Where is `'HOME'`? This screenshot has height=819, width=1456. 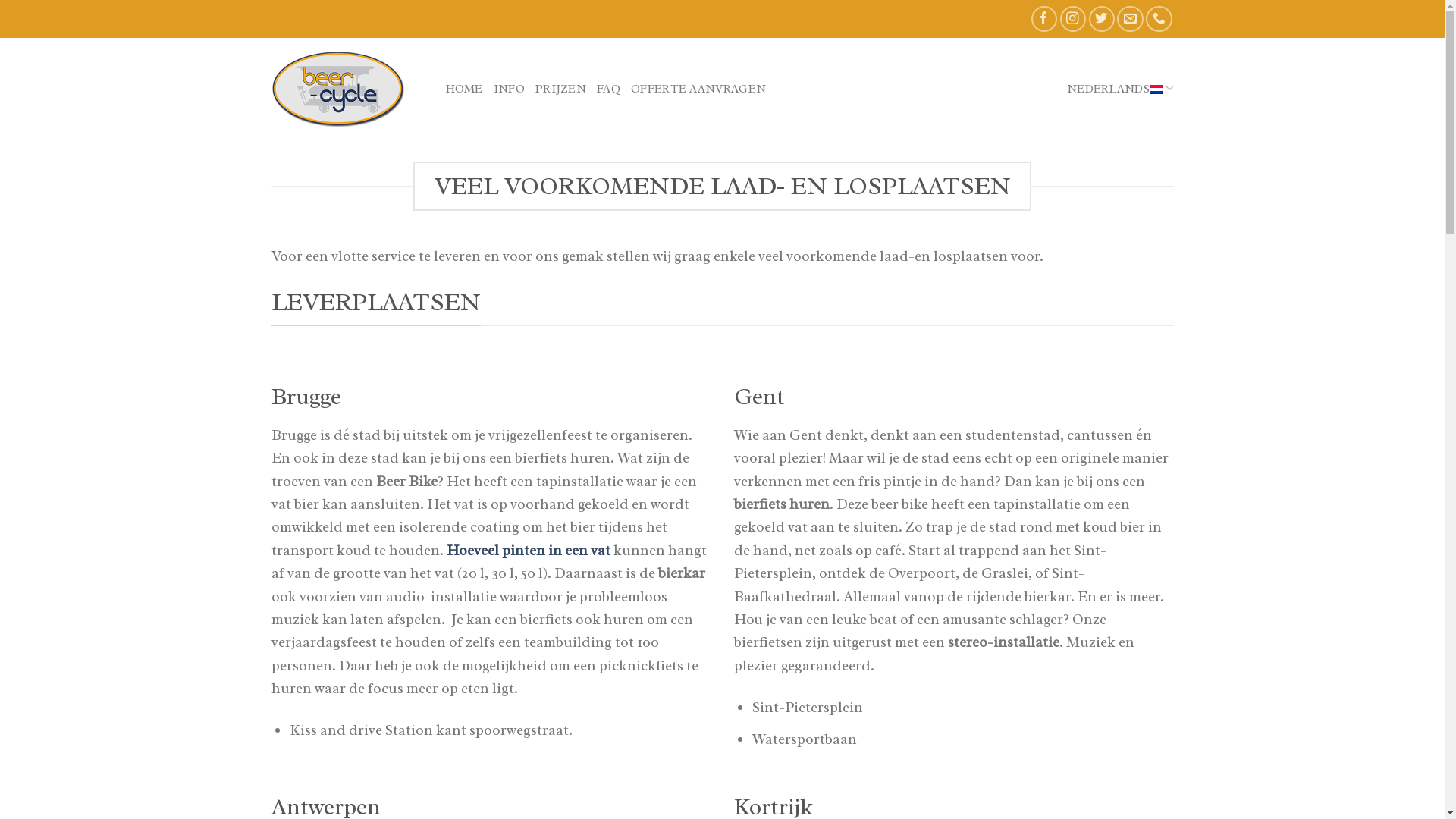 'HOME' is located at coordinates (463, 87).